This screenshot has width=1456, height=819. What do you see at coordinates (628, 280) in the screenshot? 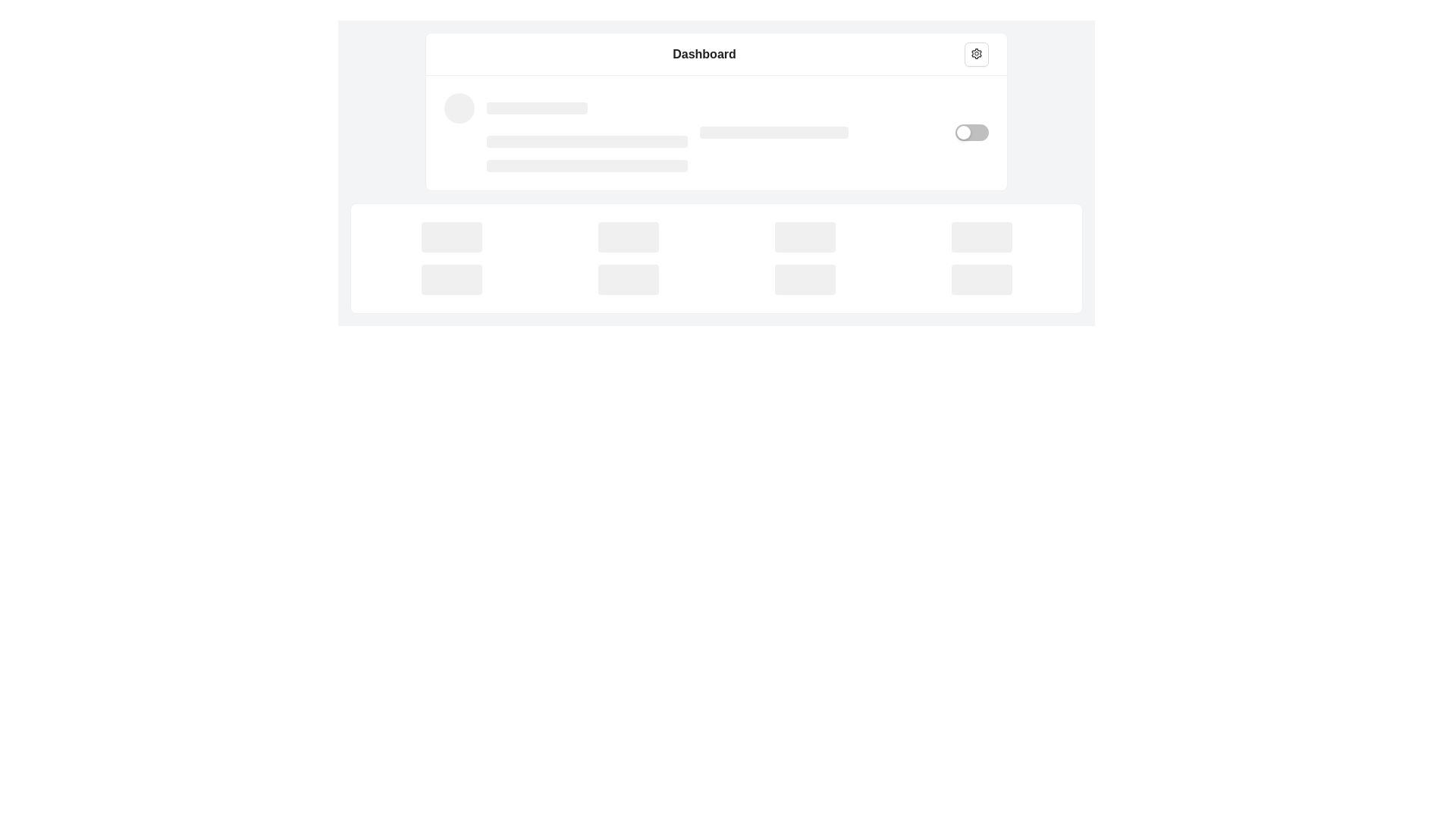
I see `the Skeleton button placeholder, which is the third item from the left in a horizontal grid layout, used during content loading` at bounding box center [628, 280].